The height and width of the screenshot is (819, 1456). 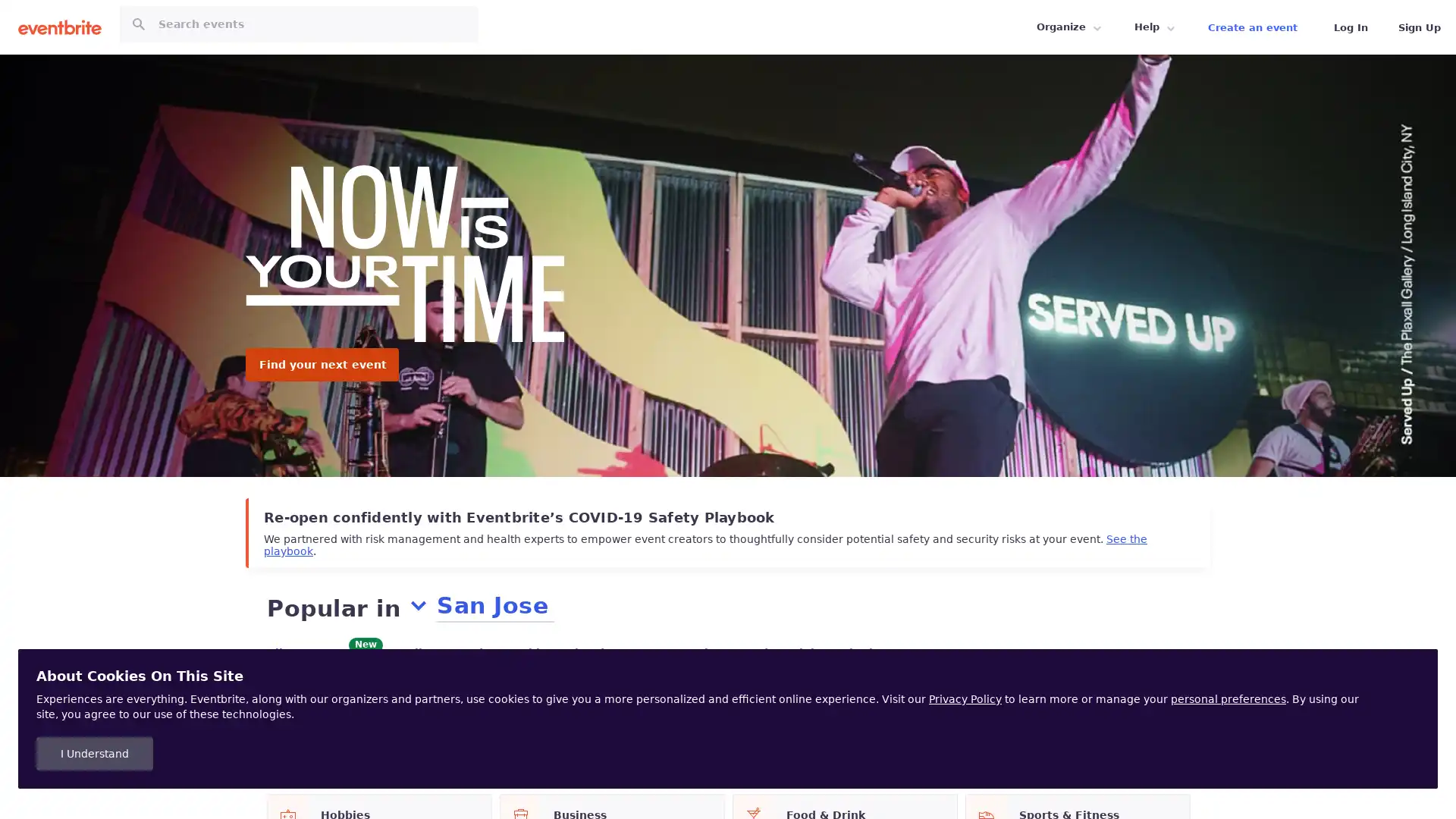 What do you see at coordinates (298, 27) in the screenshot?
I see `Search for events` at bounding box center [298, 27].